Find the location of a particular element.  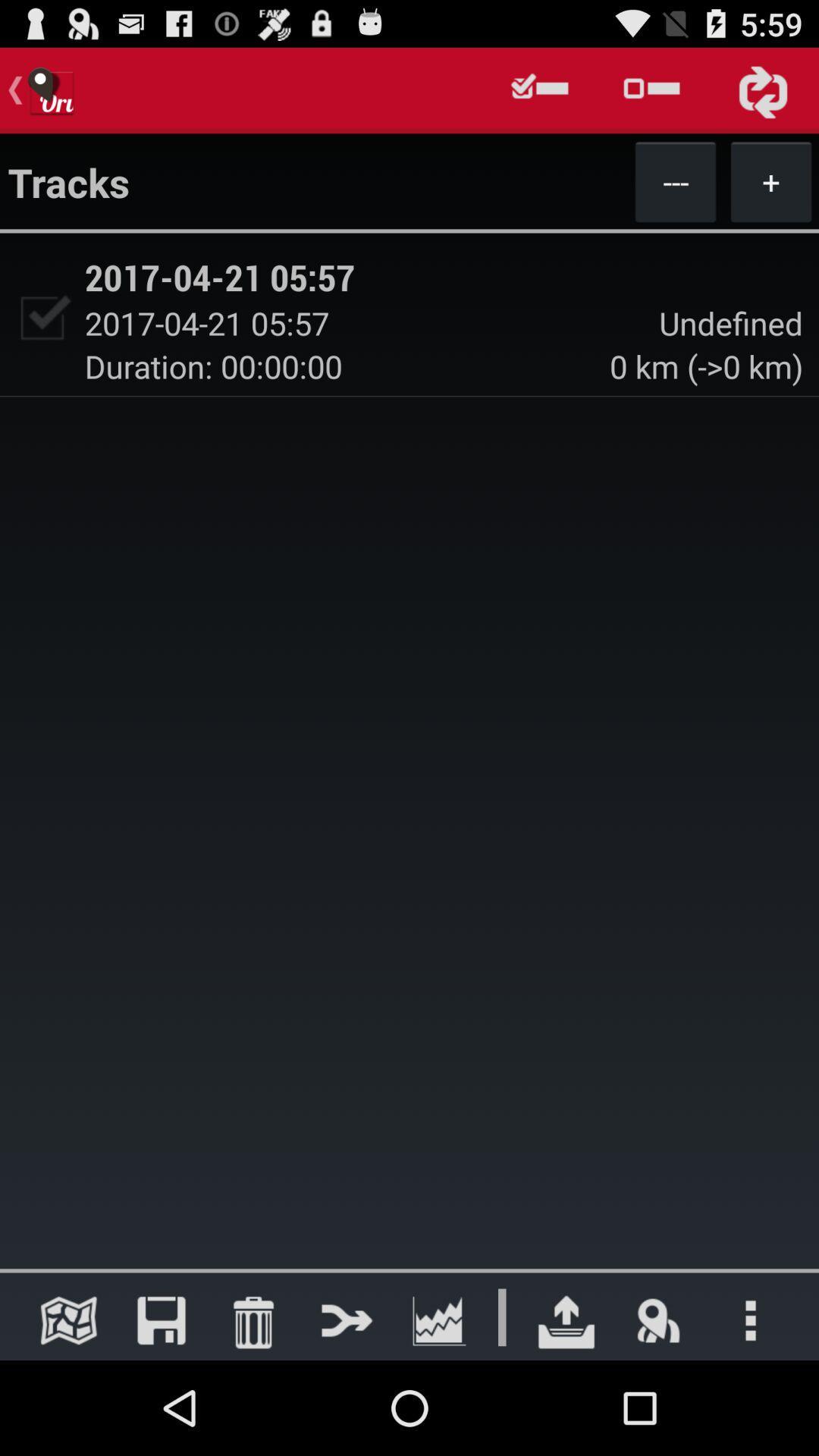

the --- icon is located at coordinates (675, 181).